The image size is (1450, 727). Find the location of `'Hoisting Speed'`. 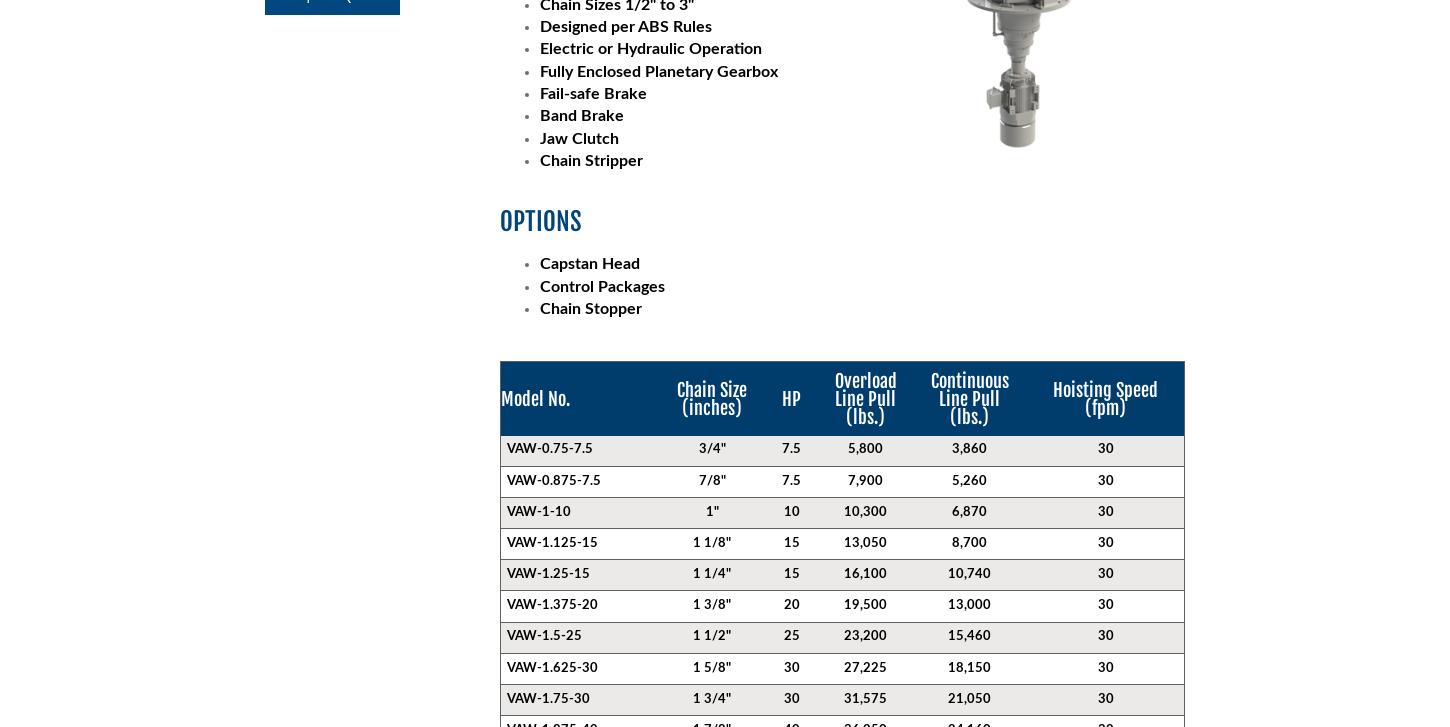

'Hoisting Speed' is located at coordinates (1052, 388).